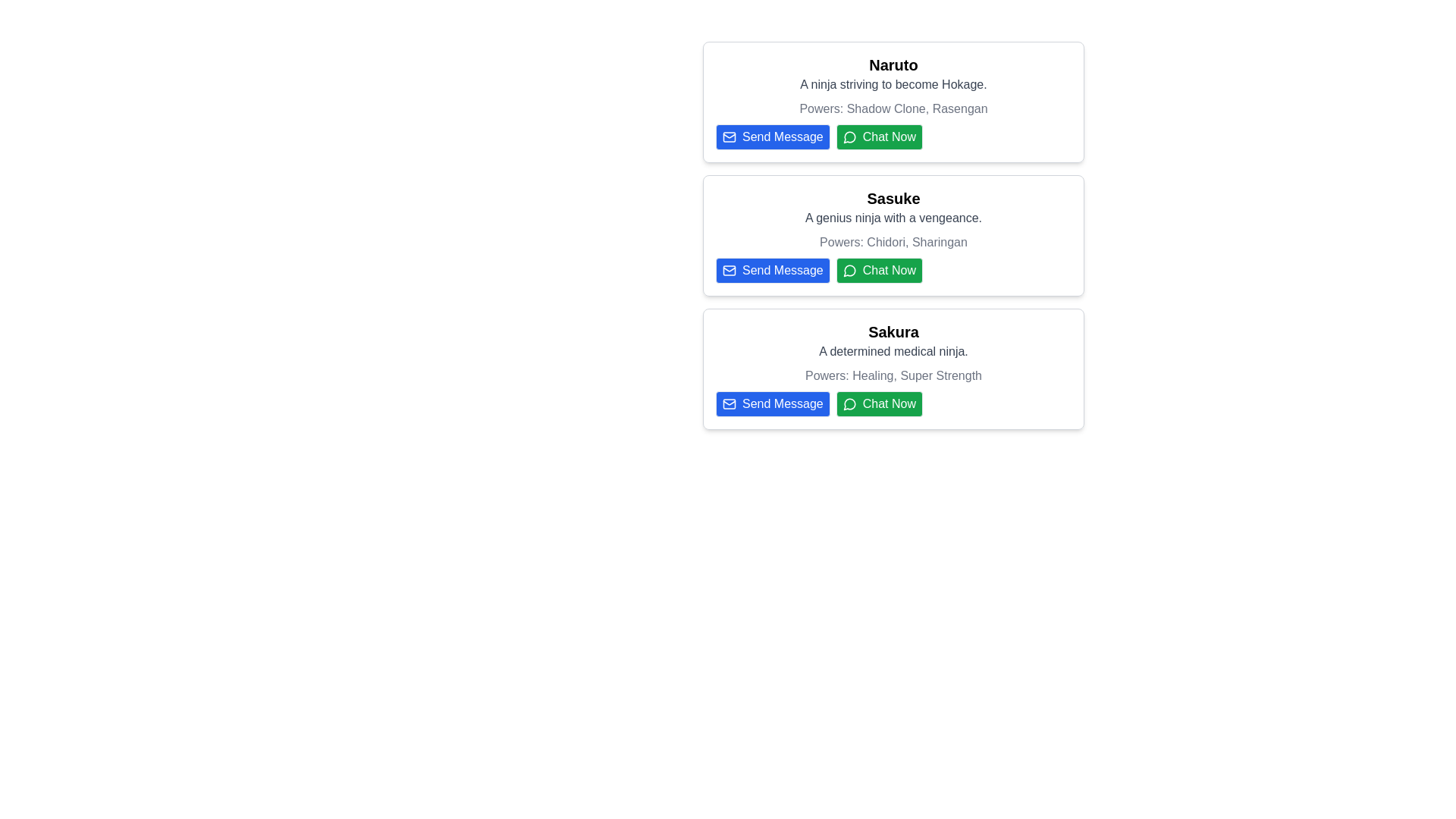  I want to click on the static text label that reads 'A ninja striving to become Hokage.', which is styled in a smaller gray font and positioned below the title 'Naruto', so click(893, 84).